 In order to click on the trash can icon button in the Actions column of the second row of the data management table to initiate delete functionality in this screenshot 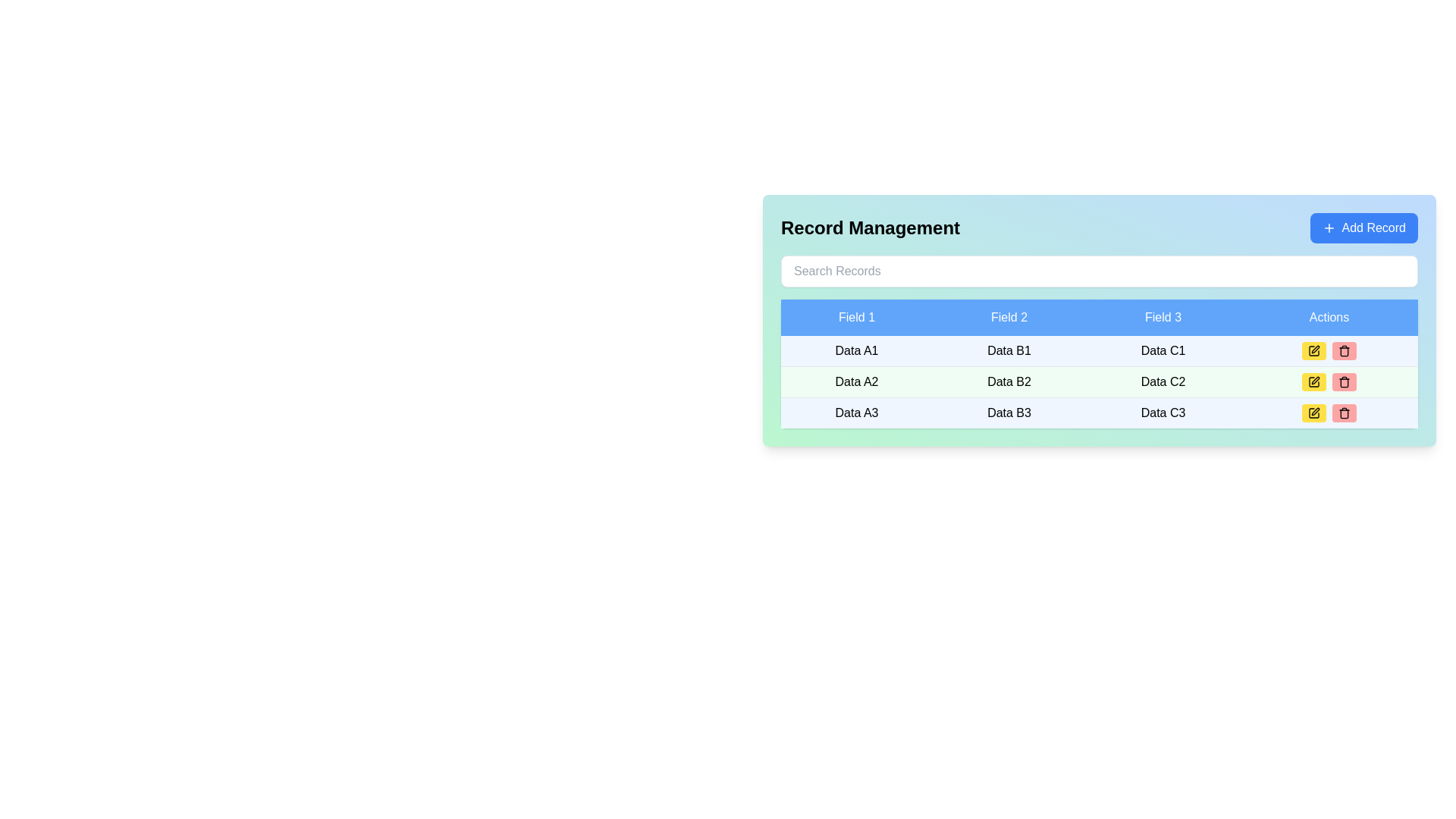, I will do `click(1344, 381)`.